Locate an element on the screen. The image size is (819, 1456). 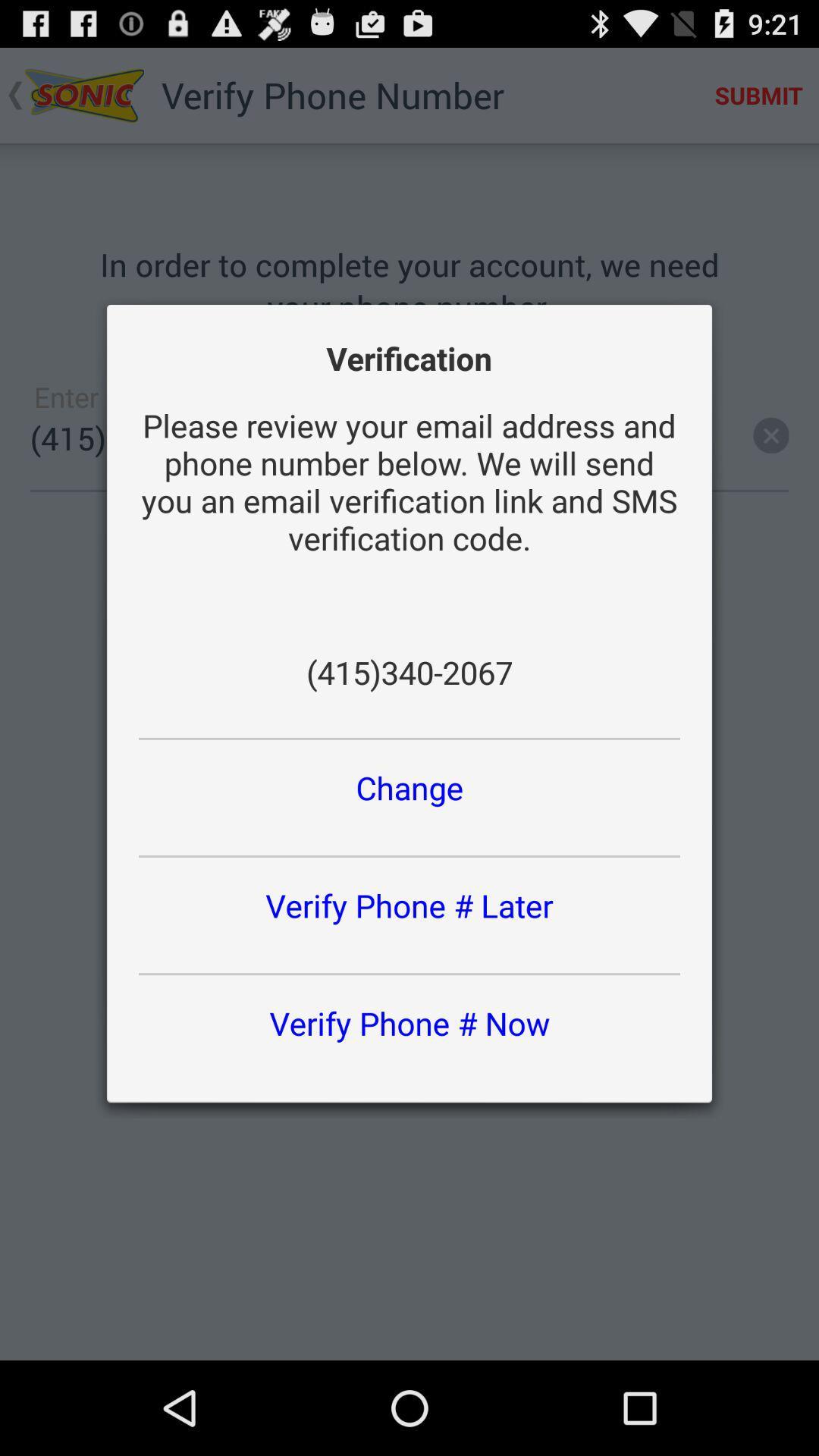
change item is located at coordinates (409, 787).